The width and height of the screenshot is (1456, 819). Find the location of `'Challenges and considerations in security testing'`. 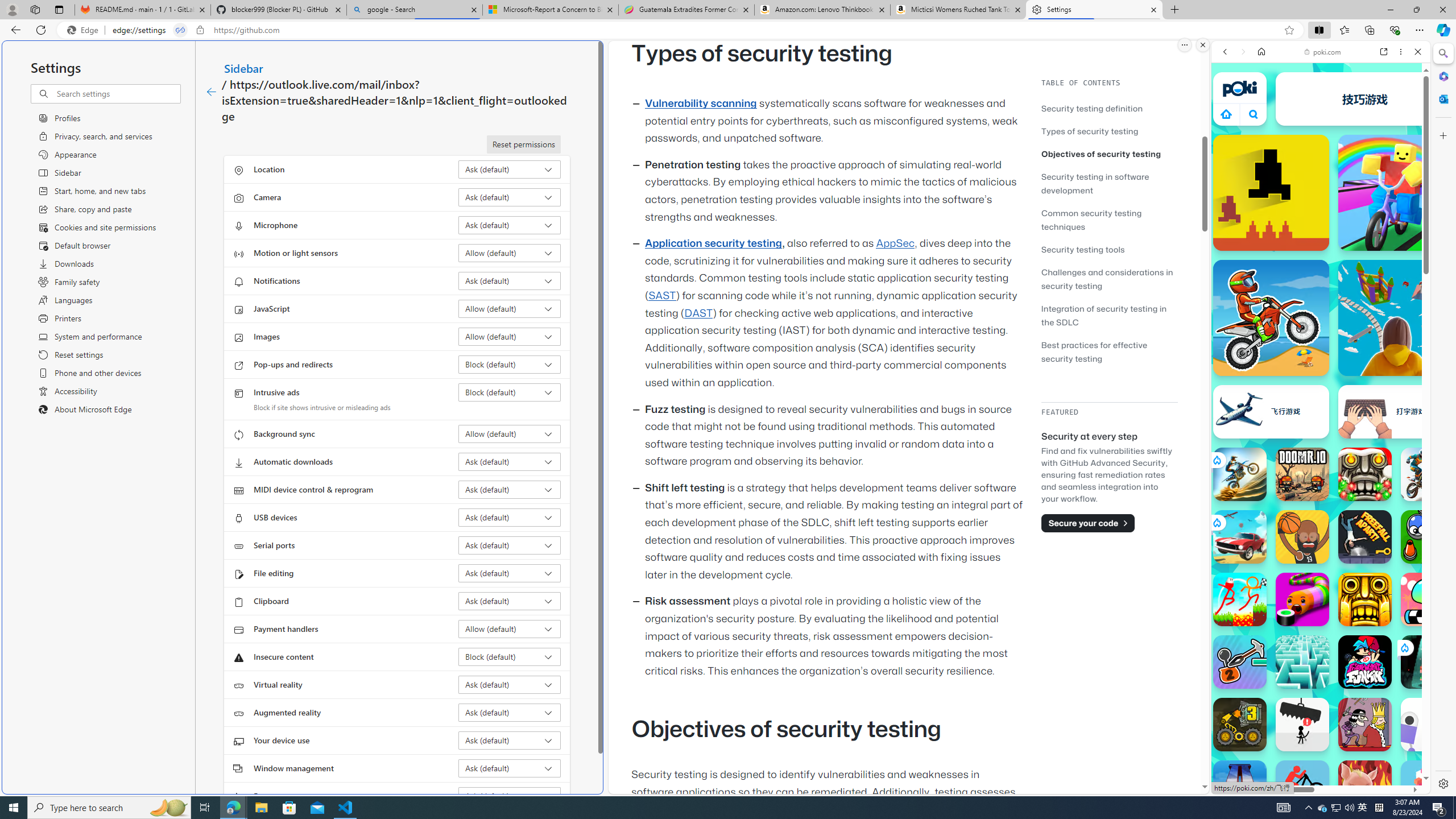

'Challenges and considerations in security testing' is located at coordinates (1106, 279).